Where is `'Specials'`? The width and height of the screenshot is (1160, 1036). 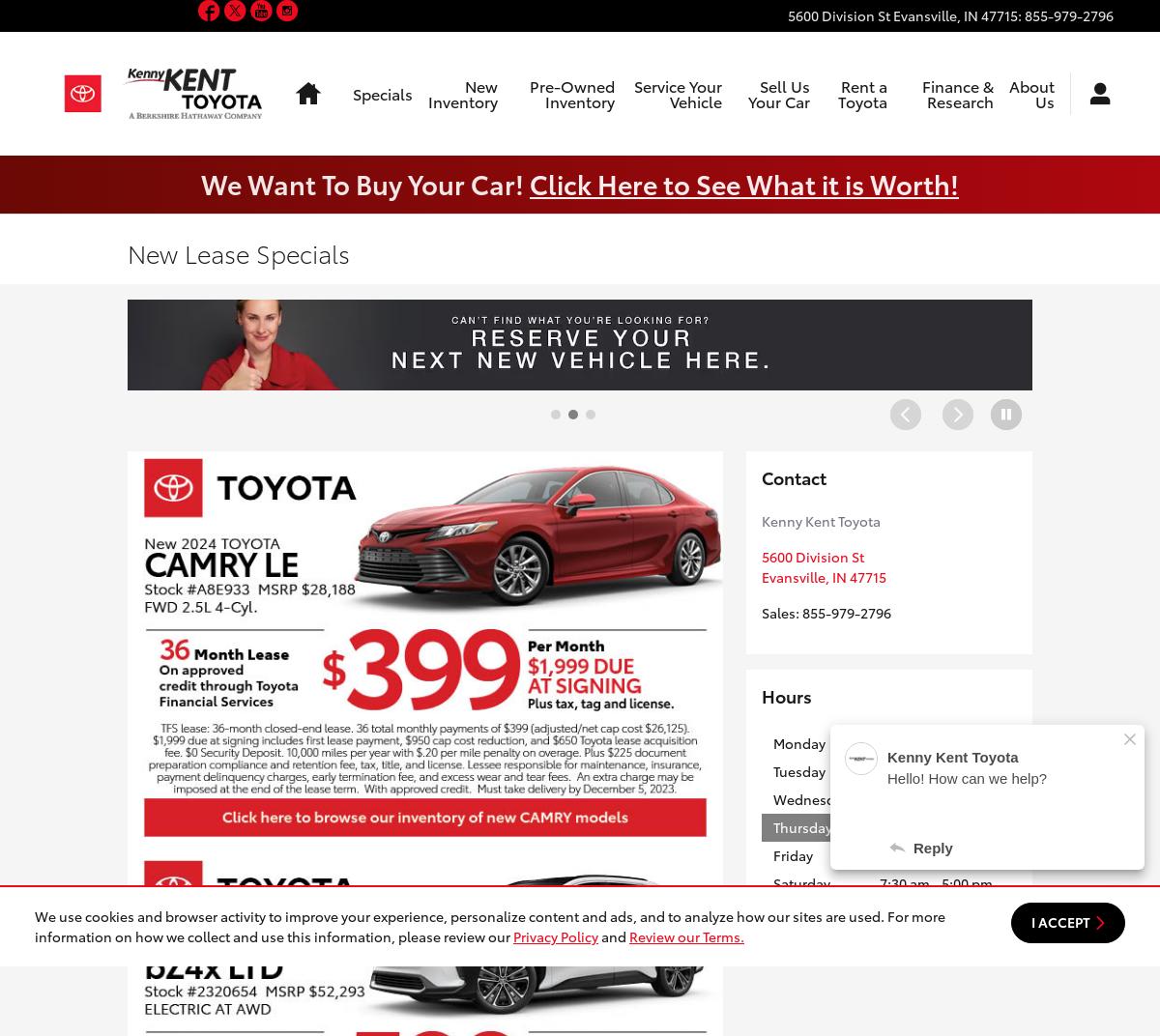 'Specials' is located at coordinates (383, 93).